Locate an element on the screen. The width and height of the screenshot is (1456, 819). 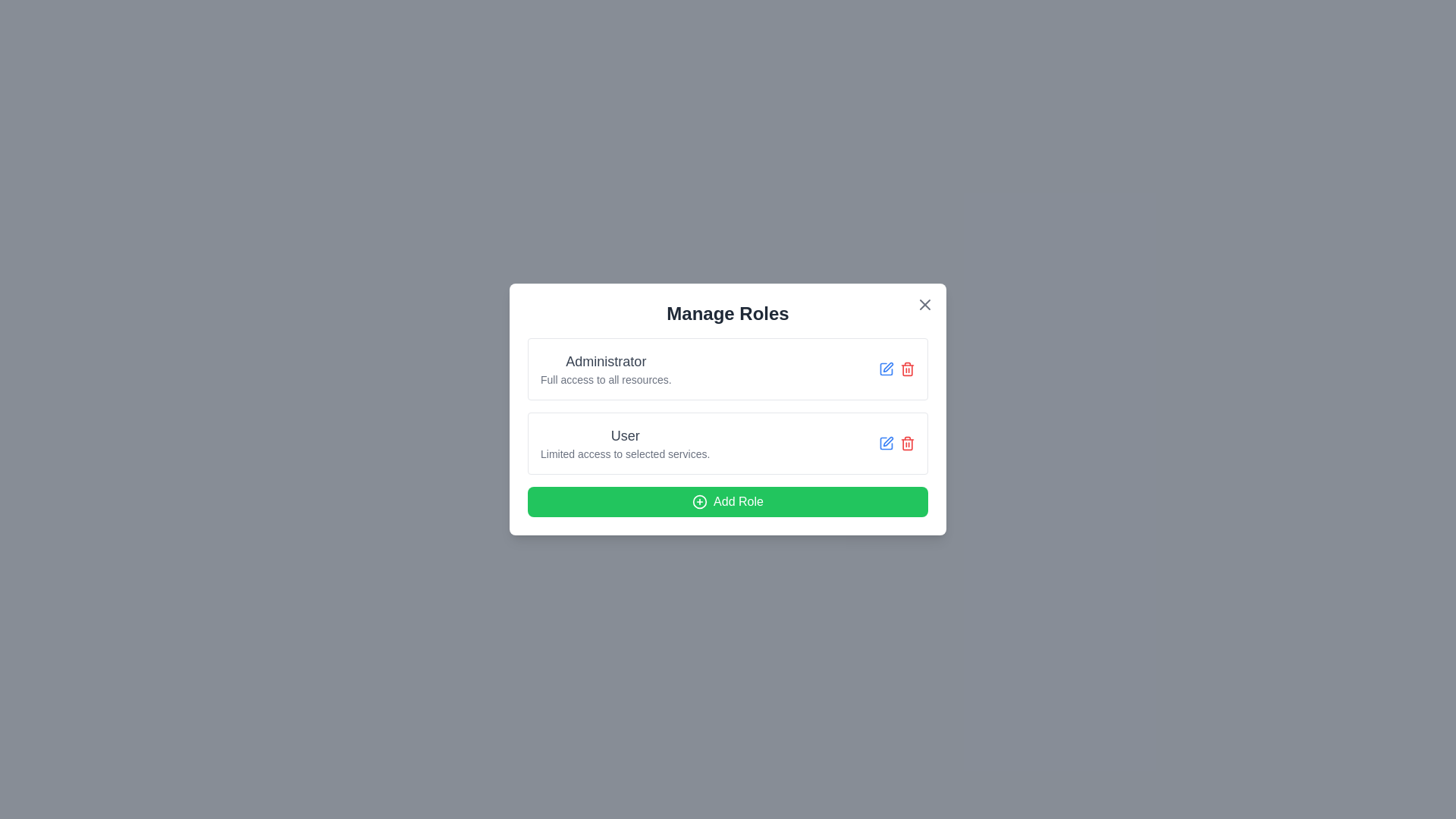
the SVG graphic icon representing a trash can located at the far right of the row in the 'Manage Roles' dialog box is located at coordinates (907, 370).